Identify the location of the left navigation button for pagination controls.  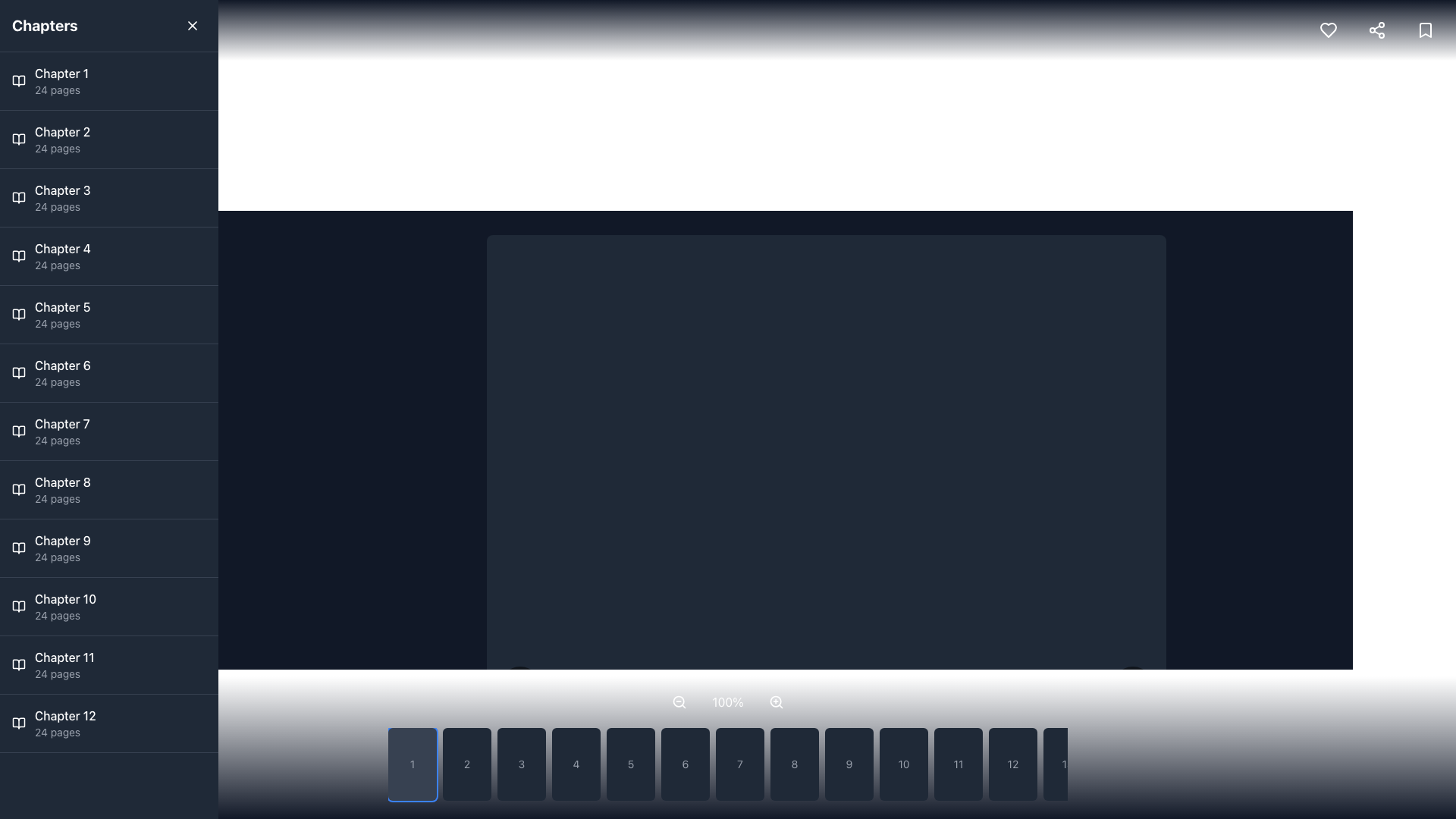
(519, 688).